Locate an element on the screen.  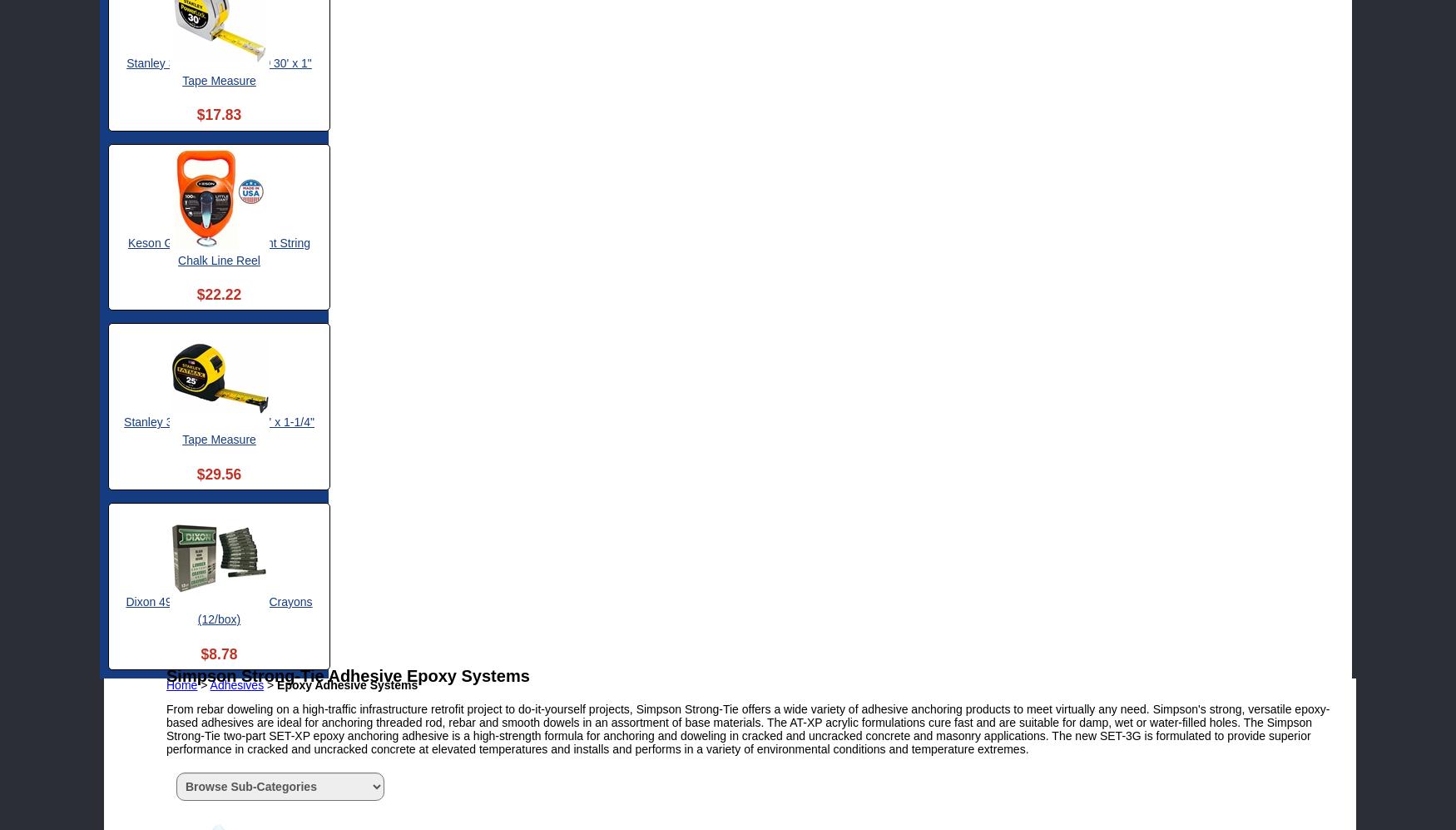
'$29.56' is located at coordinates (218, 473).